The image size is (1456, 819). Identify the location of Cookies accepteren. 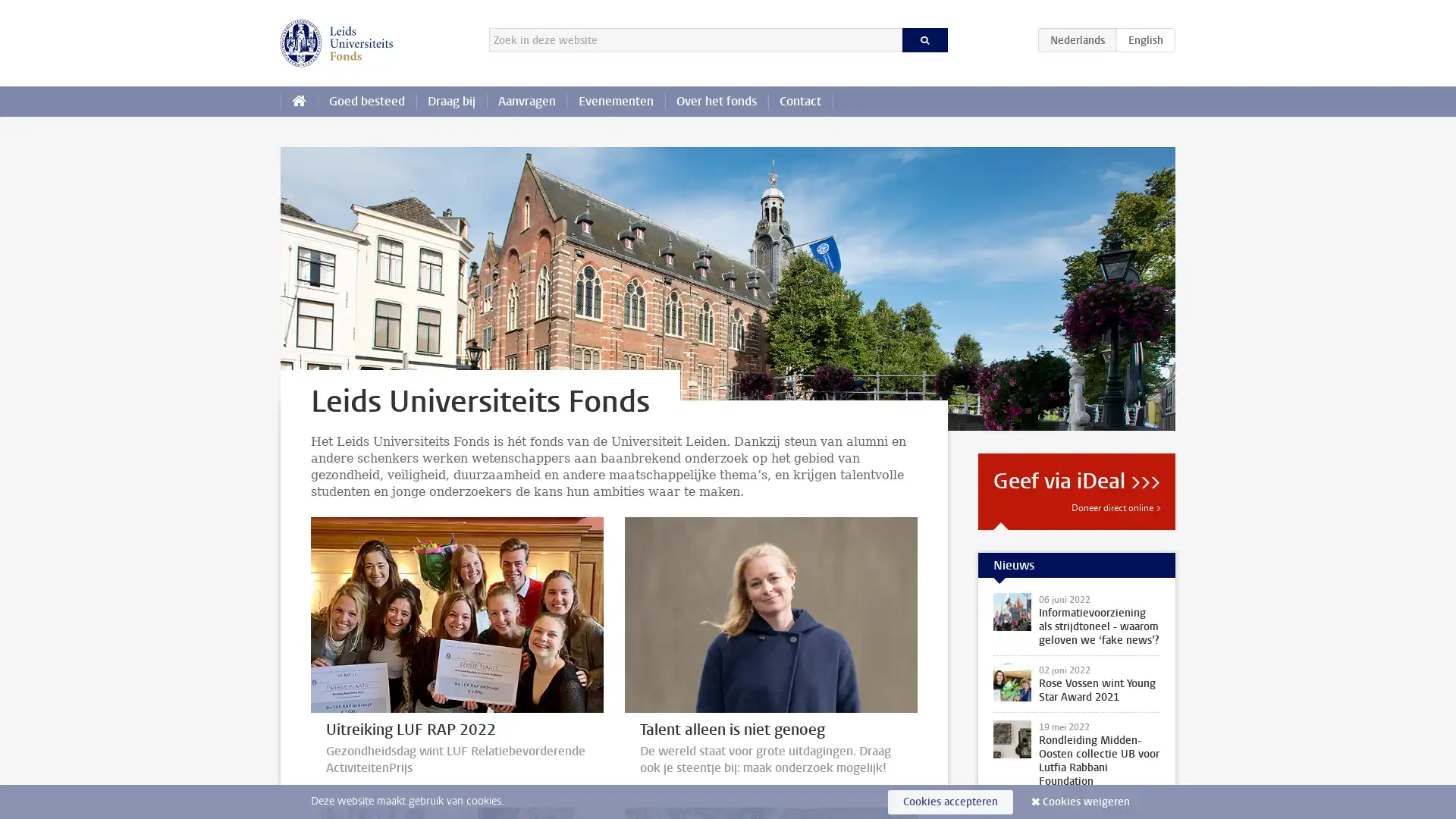
(949, 801).